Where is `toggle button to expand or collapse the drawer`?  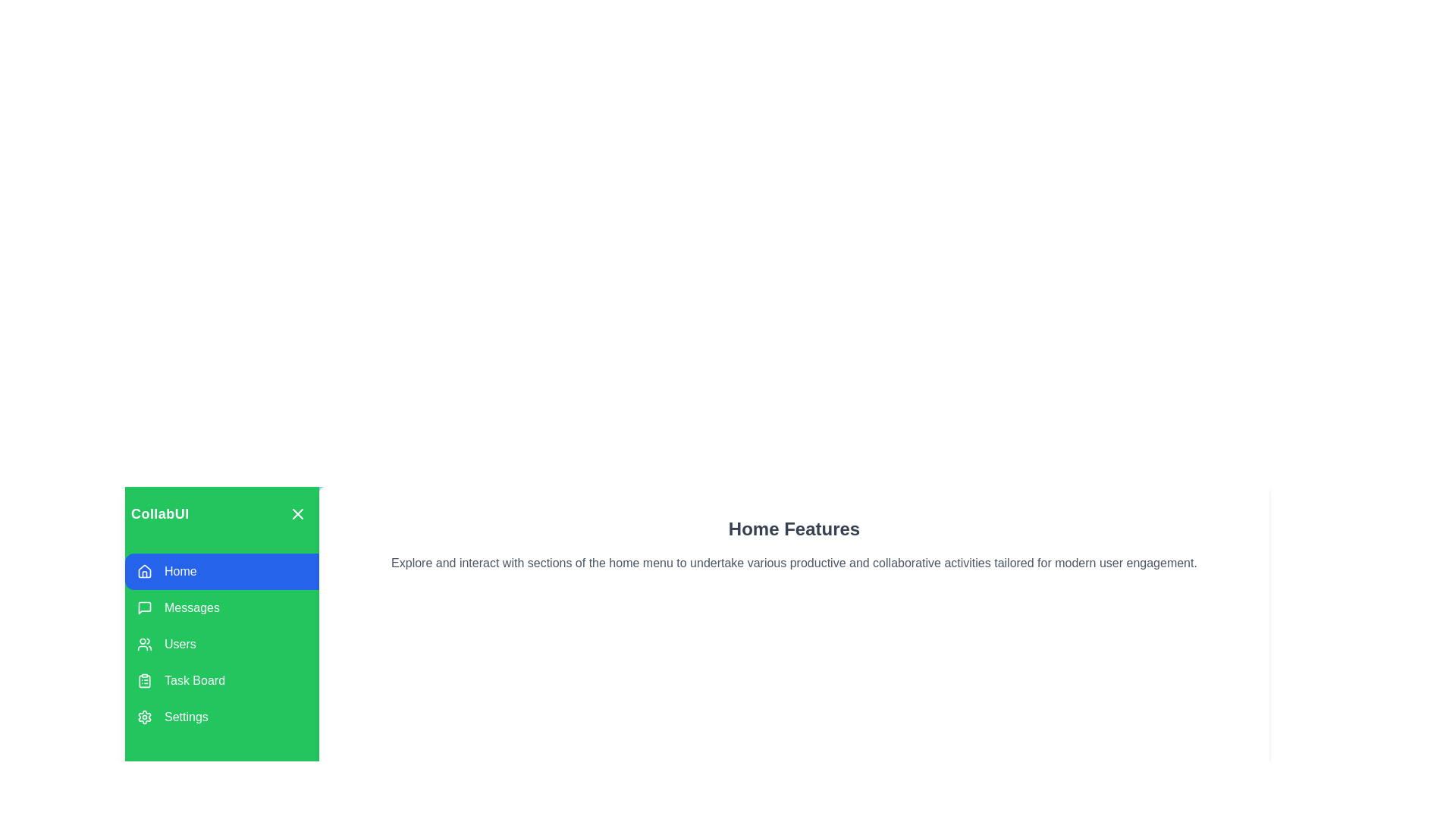
toggle button to expand or collapse the drawer is located at coordinates (298, 513).